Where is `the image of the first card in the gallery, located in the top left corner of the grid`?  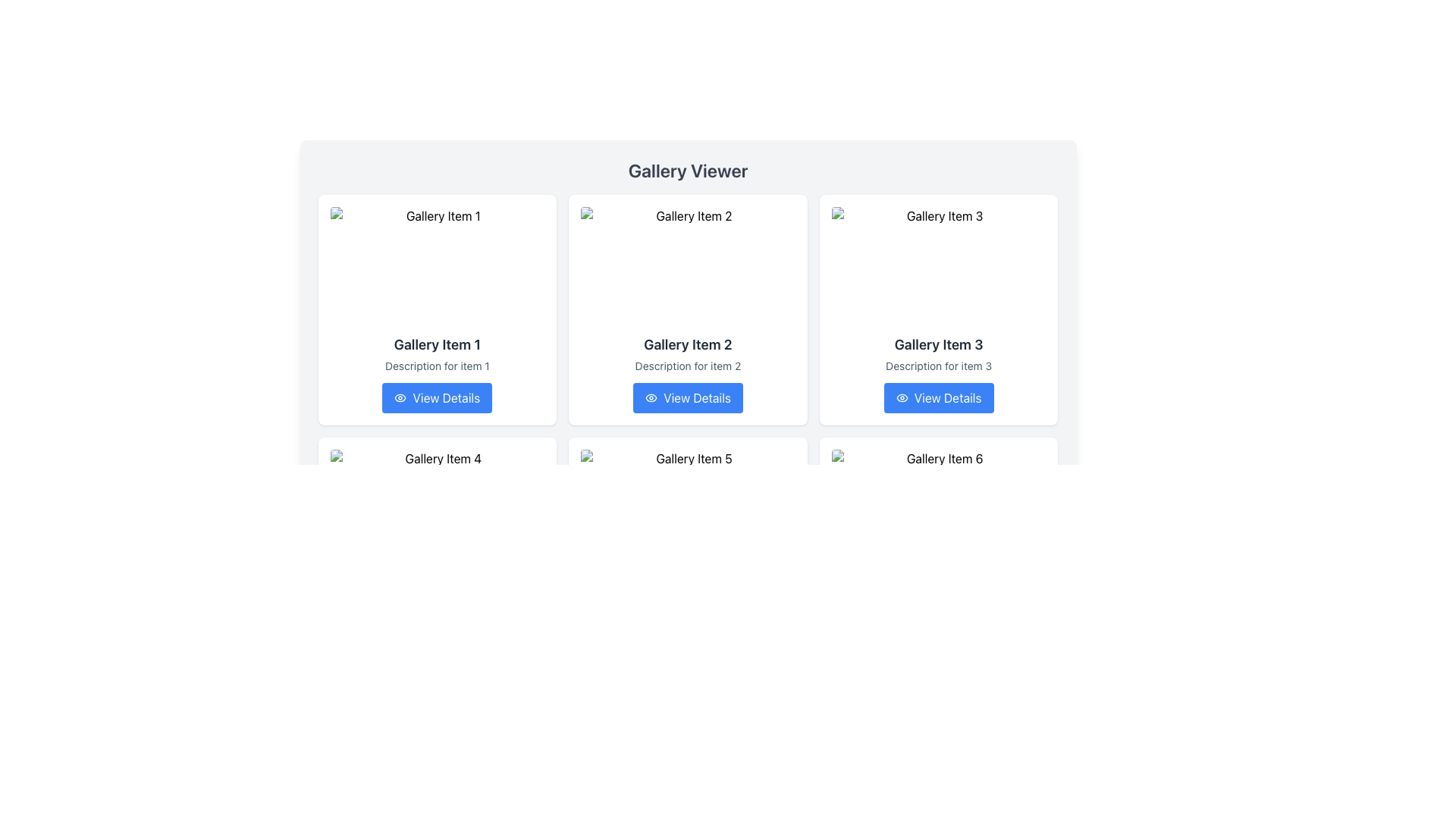 the image of the first card in the gallery, located in the top left corner of the grid is located at coordinates (436, 309).